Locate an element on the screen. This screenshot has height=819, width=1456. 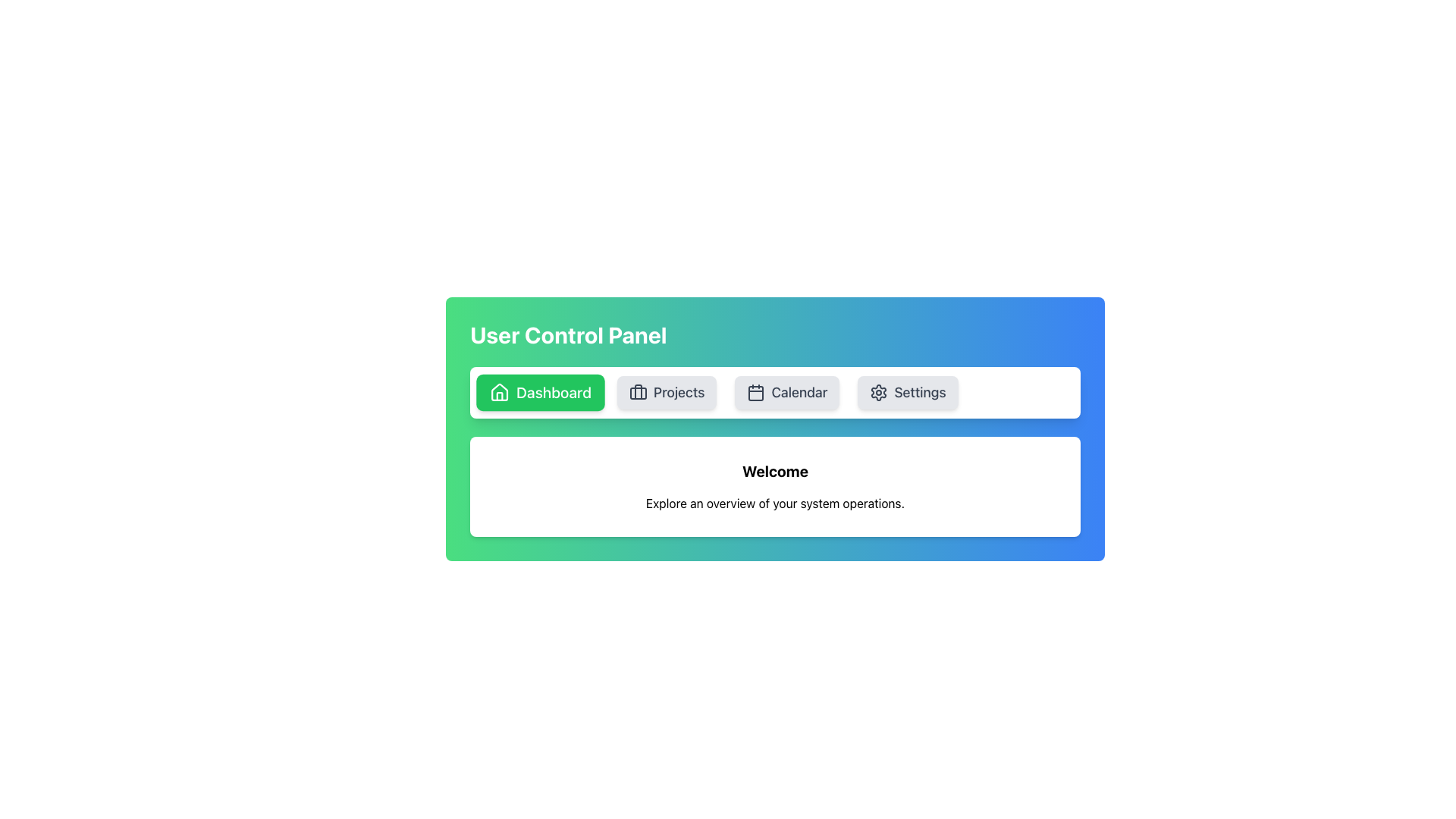
the Dashboard button which contains the bottom part of the house icon in the navigation bar is located at coordinates (500, 395).